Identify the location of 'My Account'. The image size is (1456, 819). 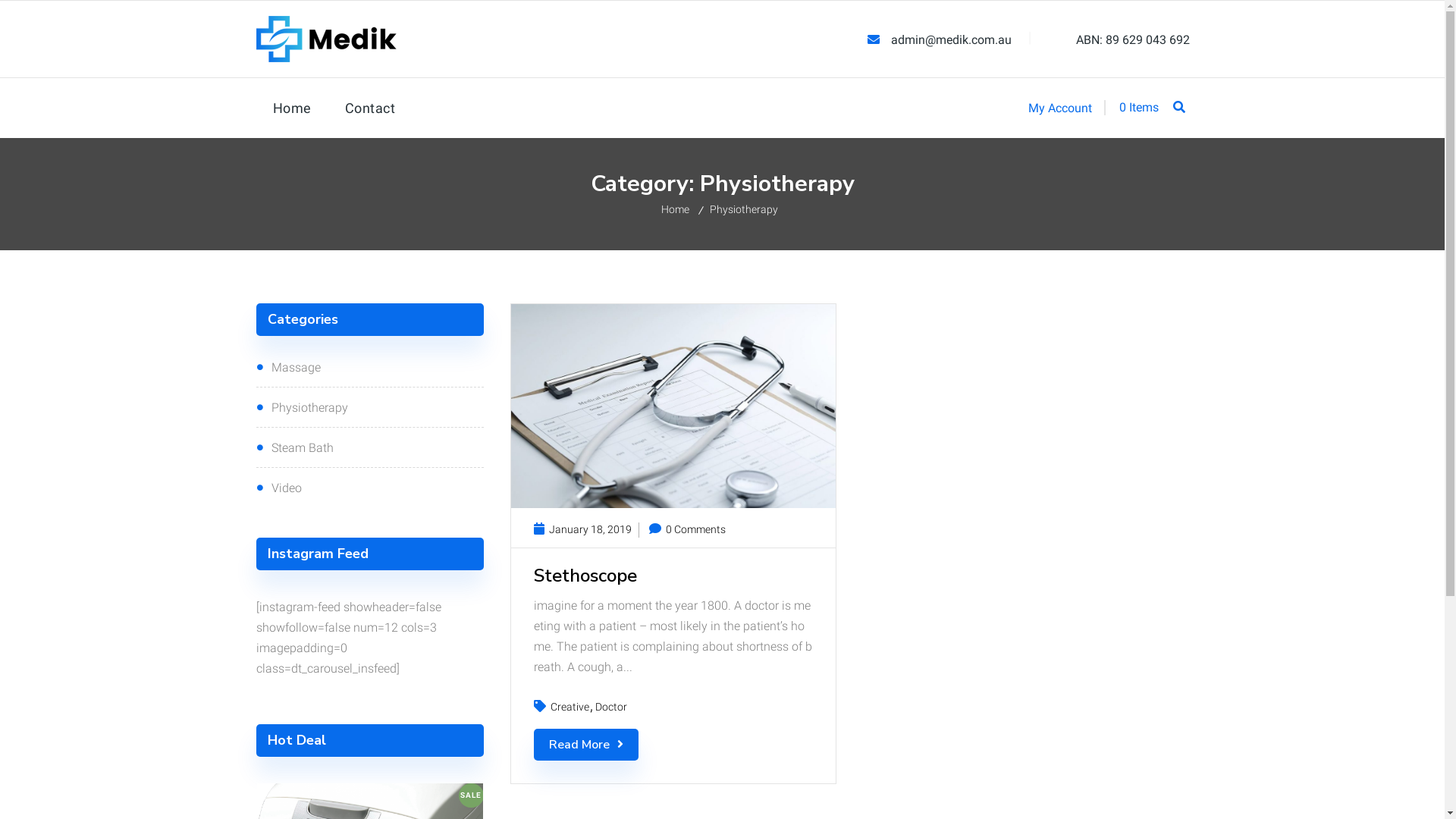
(1059, 106).